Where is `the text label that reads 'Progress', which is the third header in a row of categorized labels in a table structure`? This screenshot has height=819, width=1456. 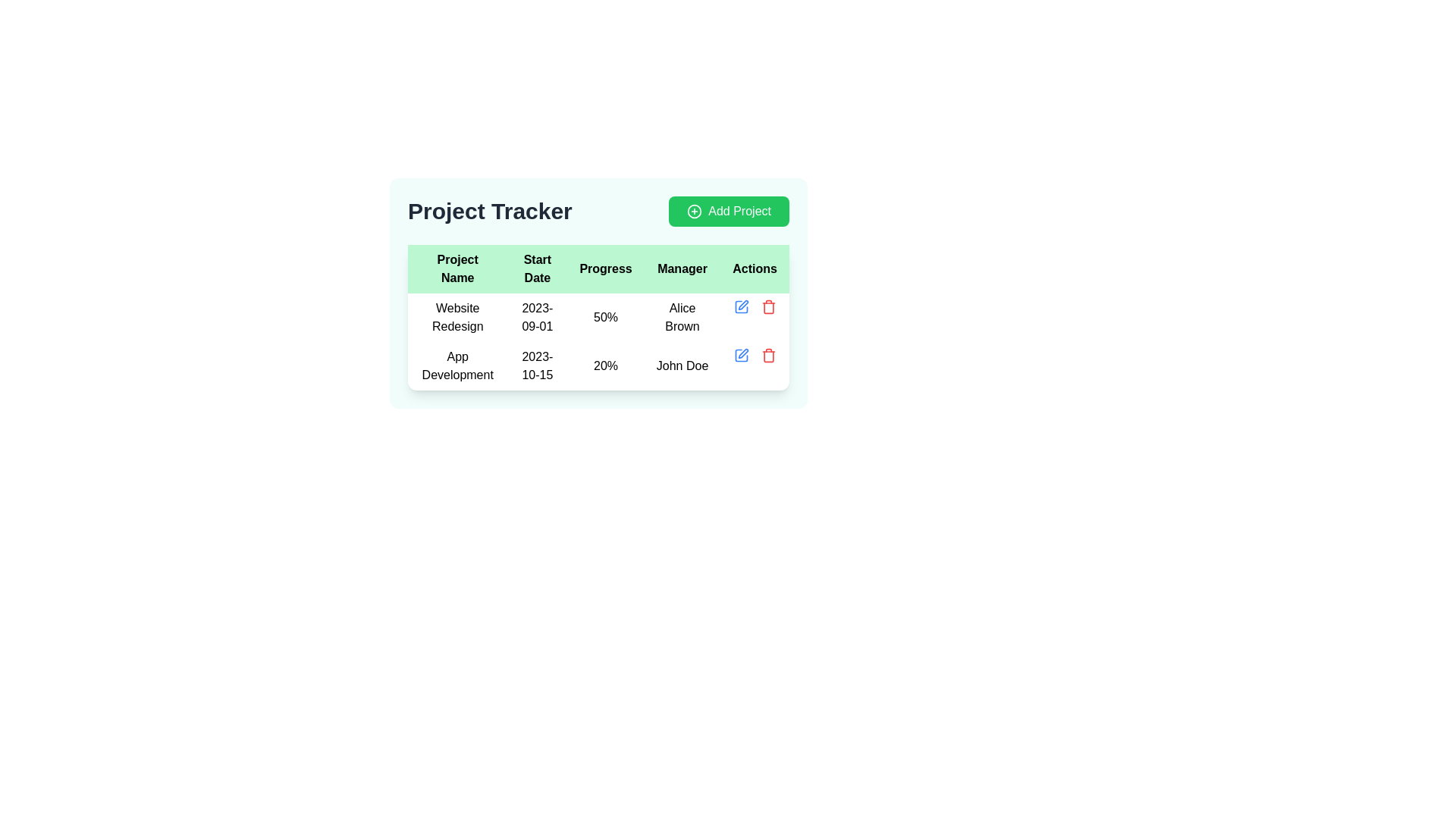 the text label that reads 'Progress', which is the third header in a row of categorized labels in a table structure is located at coordinates (605, 268).